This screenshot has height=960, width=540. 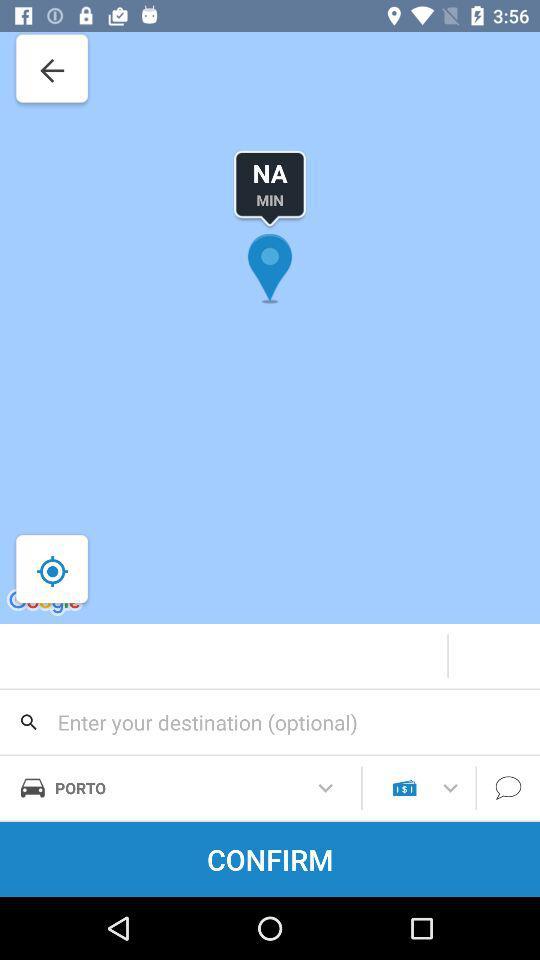 I want to click on the chat icon, so click(x=508, y=788).